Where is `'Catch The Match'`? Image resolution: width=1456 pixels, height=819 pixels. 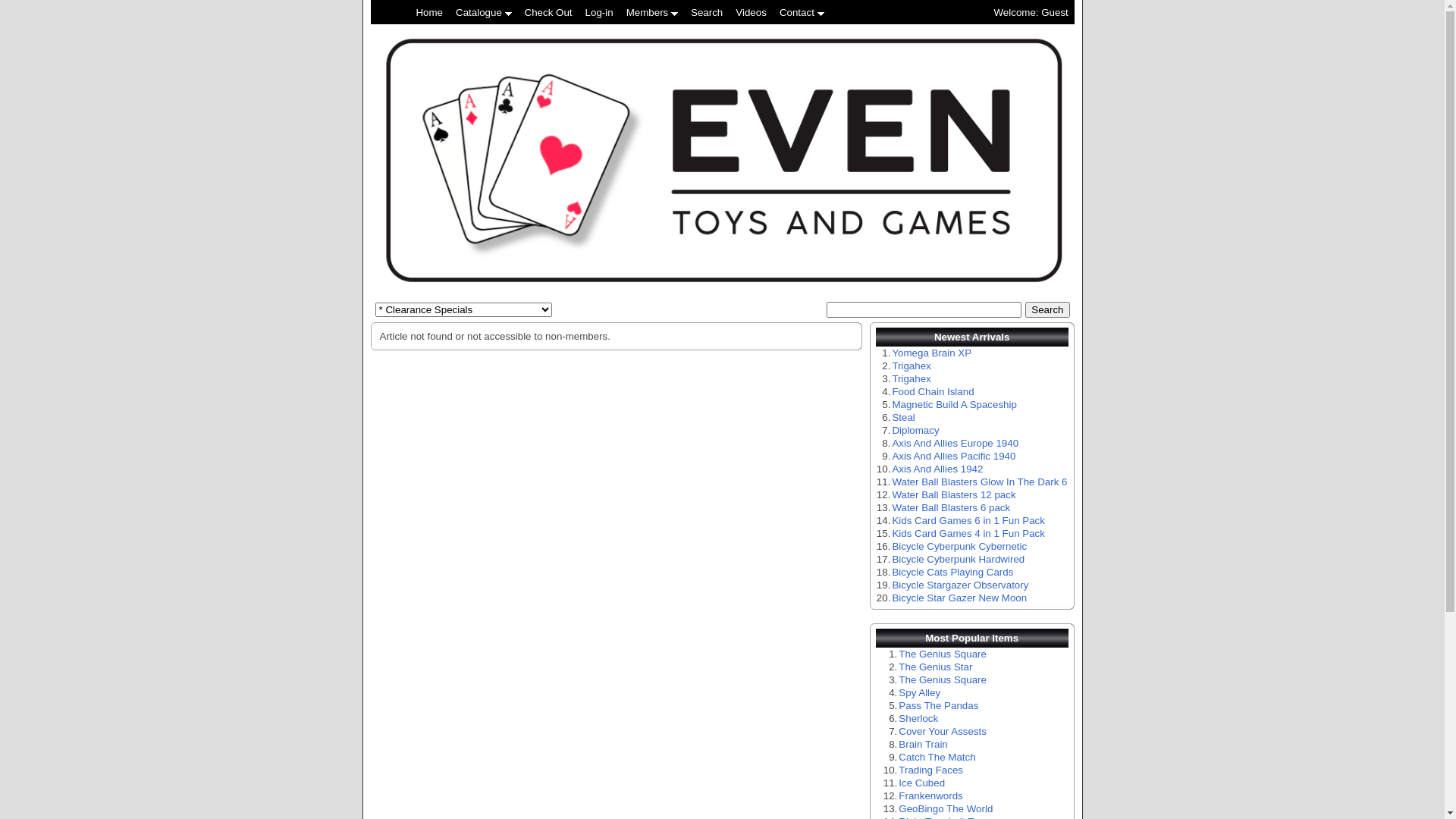
'Catch The Match' is located at coordinates (899, 757).